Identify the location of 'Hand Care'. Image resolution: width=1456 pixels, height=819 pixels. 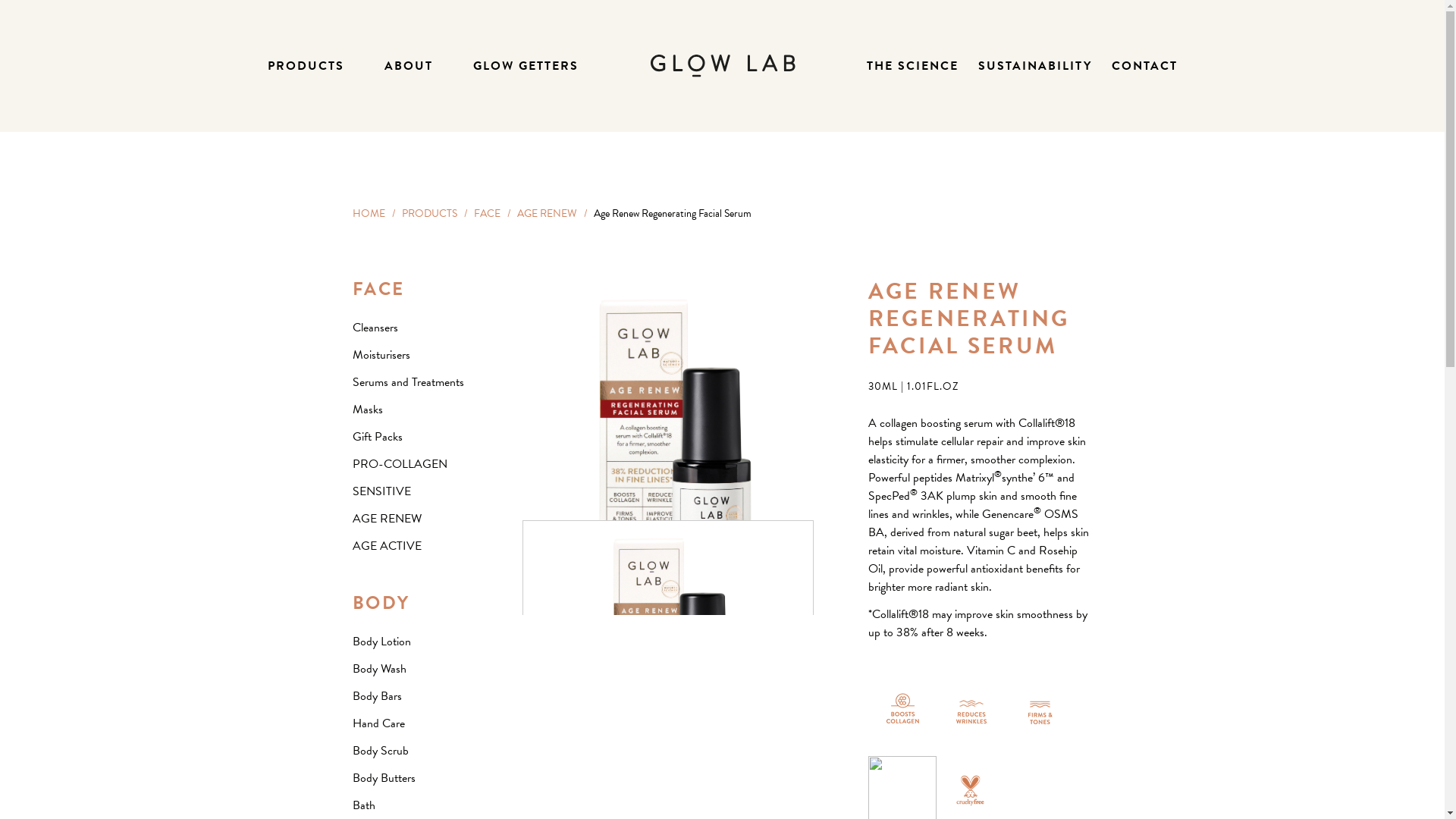
(378, 722).